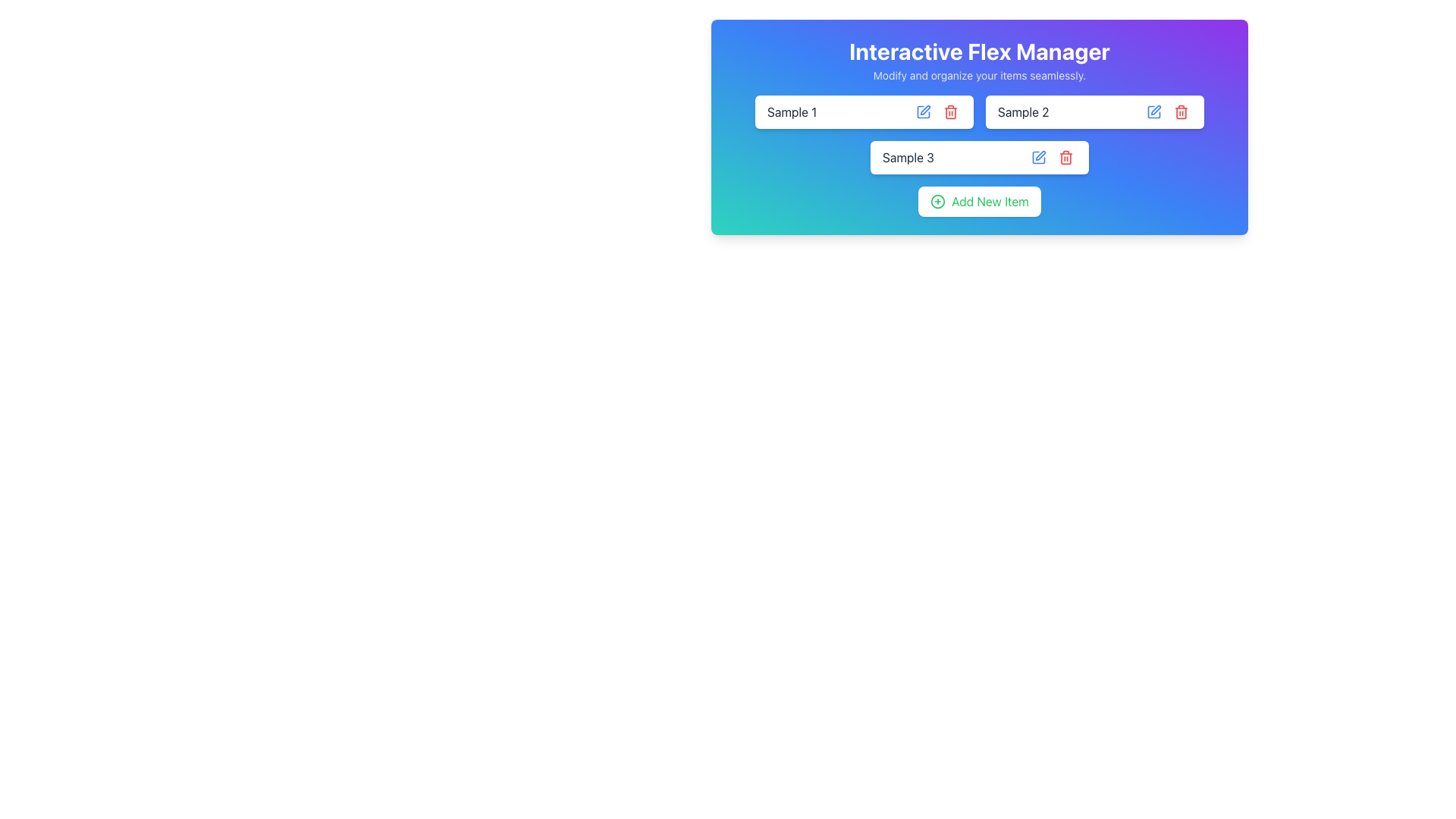  Describe the element at coordinates (1037, 158) in the screenshot. I see `the edit icon located to the right of the text 'Sample 3' to initiate editing the associated item` at that location.